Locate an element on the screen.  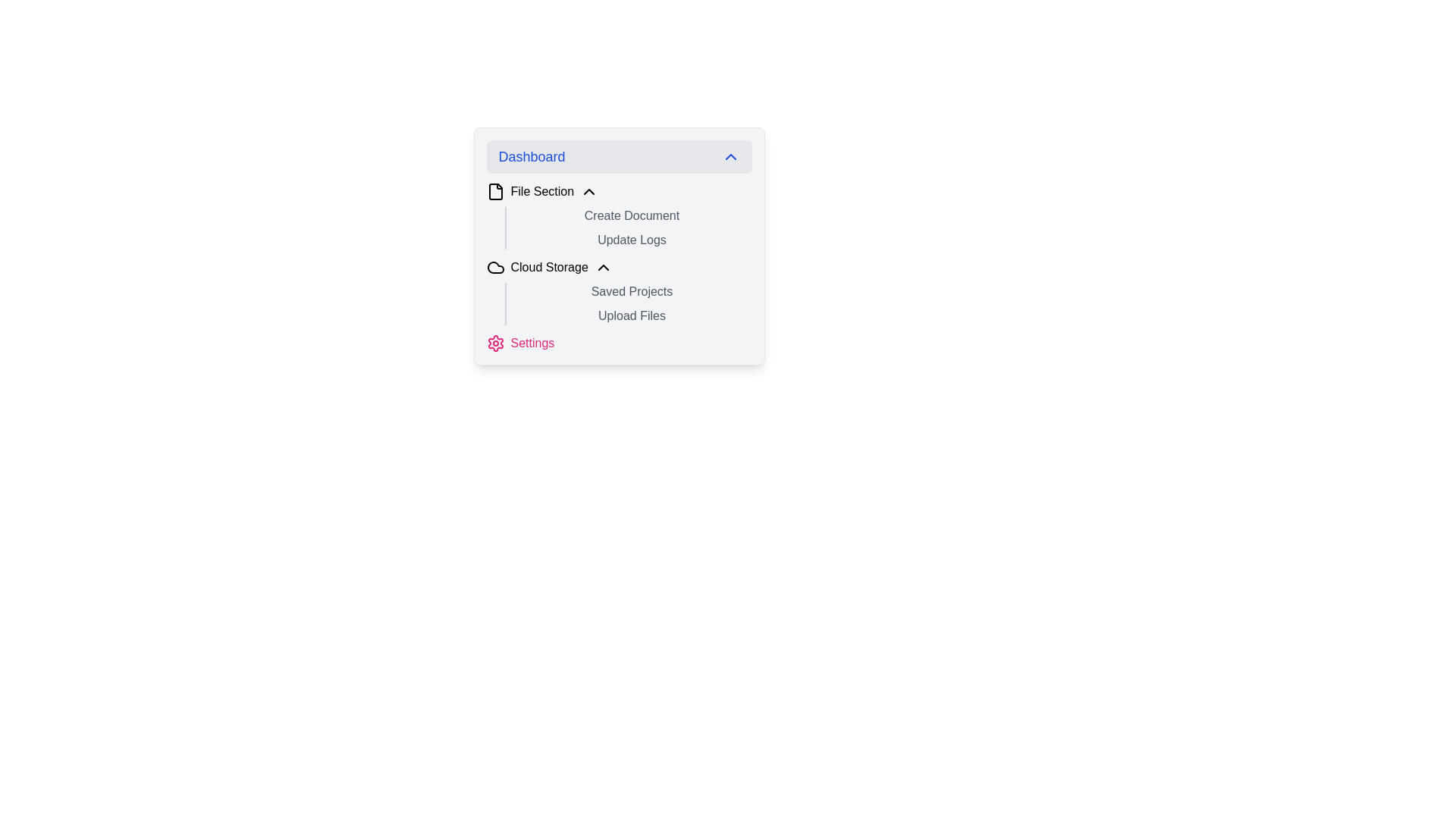
the cloud storage icon located to the left of the 'Cloud Storage' text label in the dashboard layout is located at coordinates (495, 267).